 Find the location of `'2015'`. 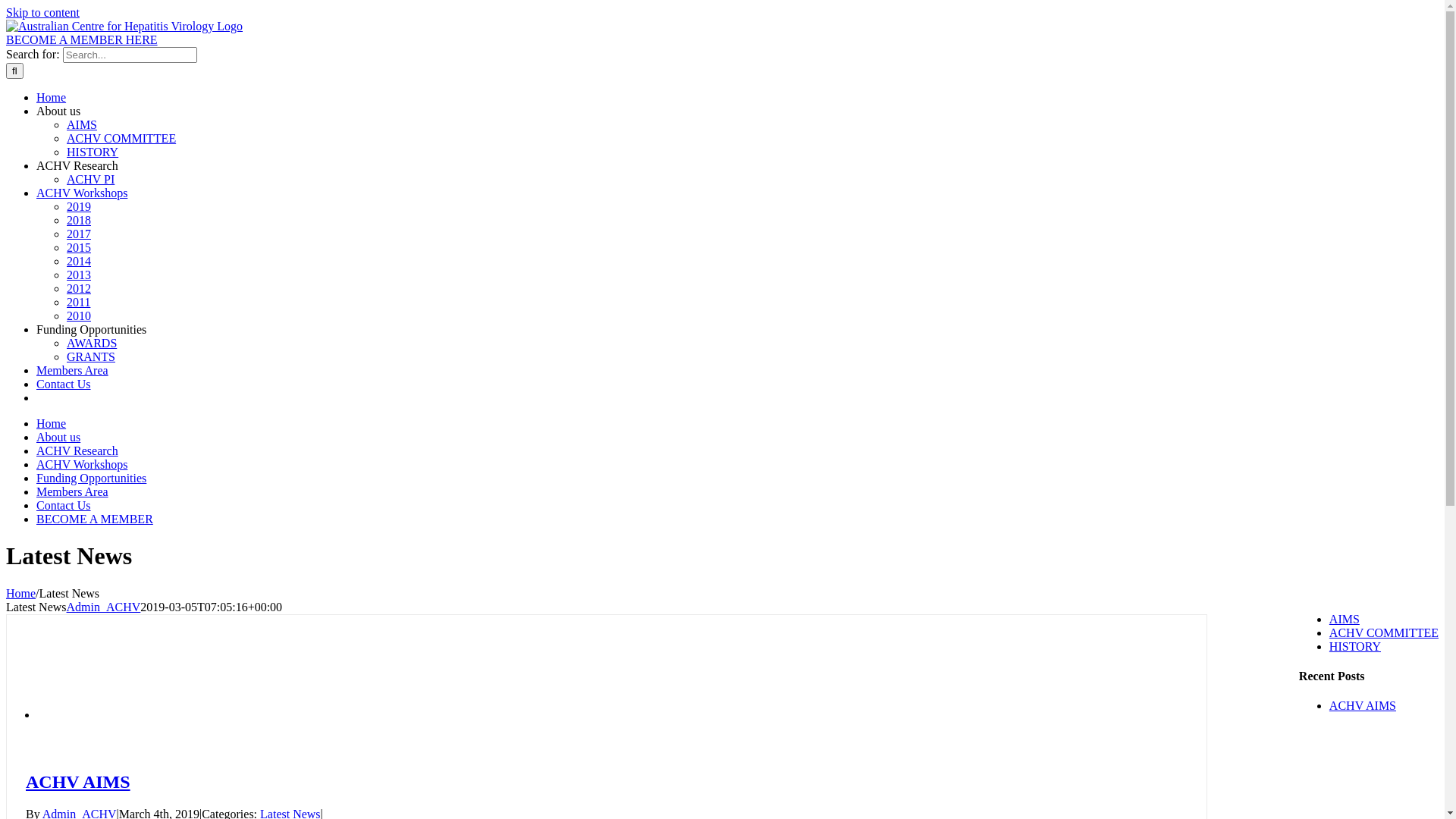

'2015' is located at coordinates (65, 246).